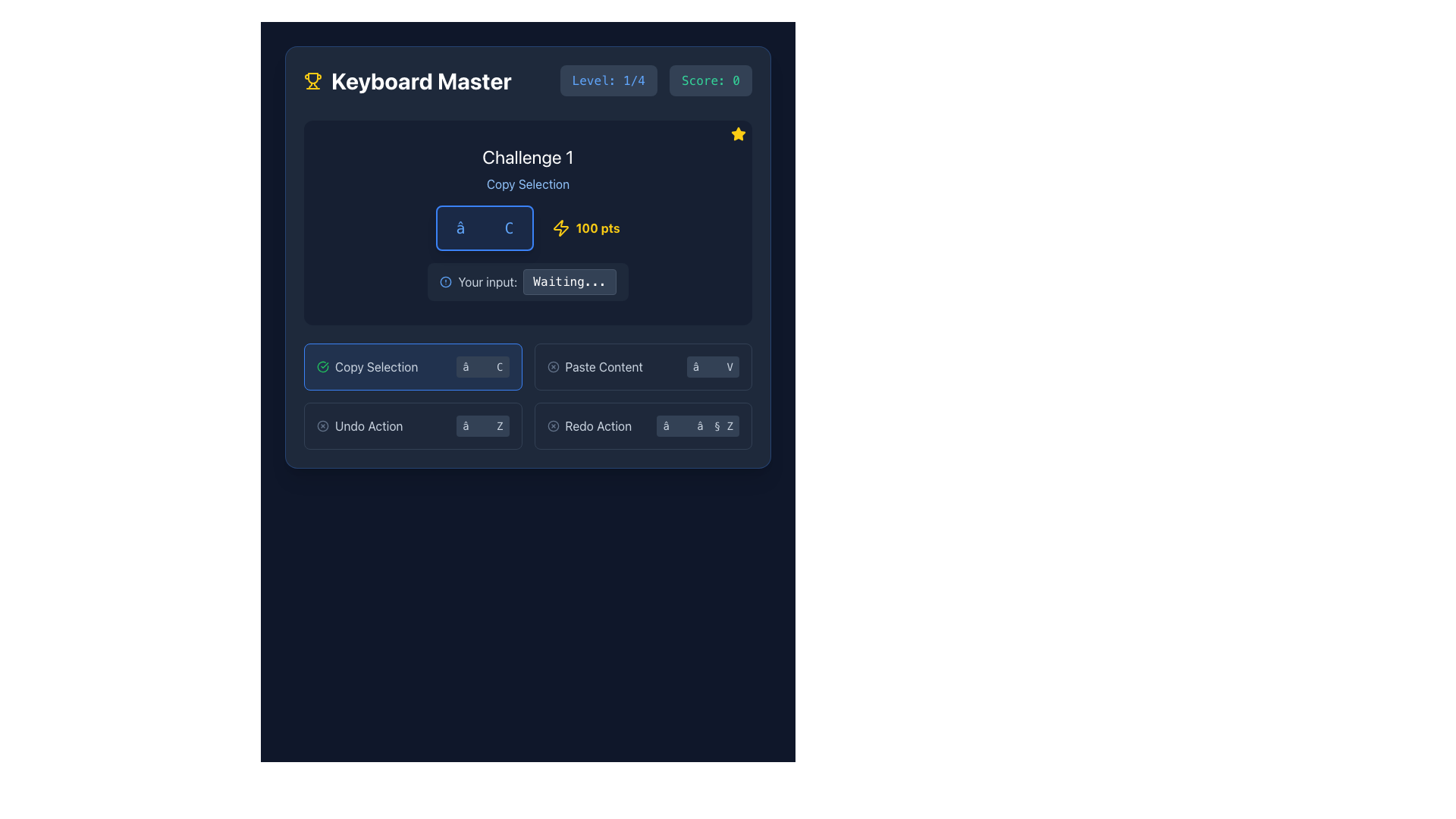 This screenshot has width=1456, height=819. I want to click on the 'Undo Action' text label, which is displayed in light gray on a dark background and is positioned below 'Copy Selection' and to the left of 'Redo Action', so click(369, 426).